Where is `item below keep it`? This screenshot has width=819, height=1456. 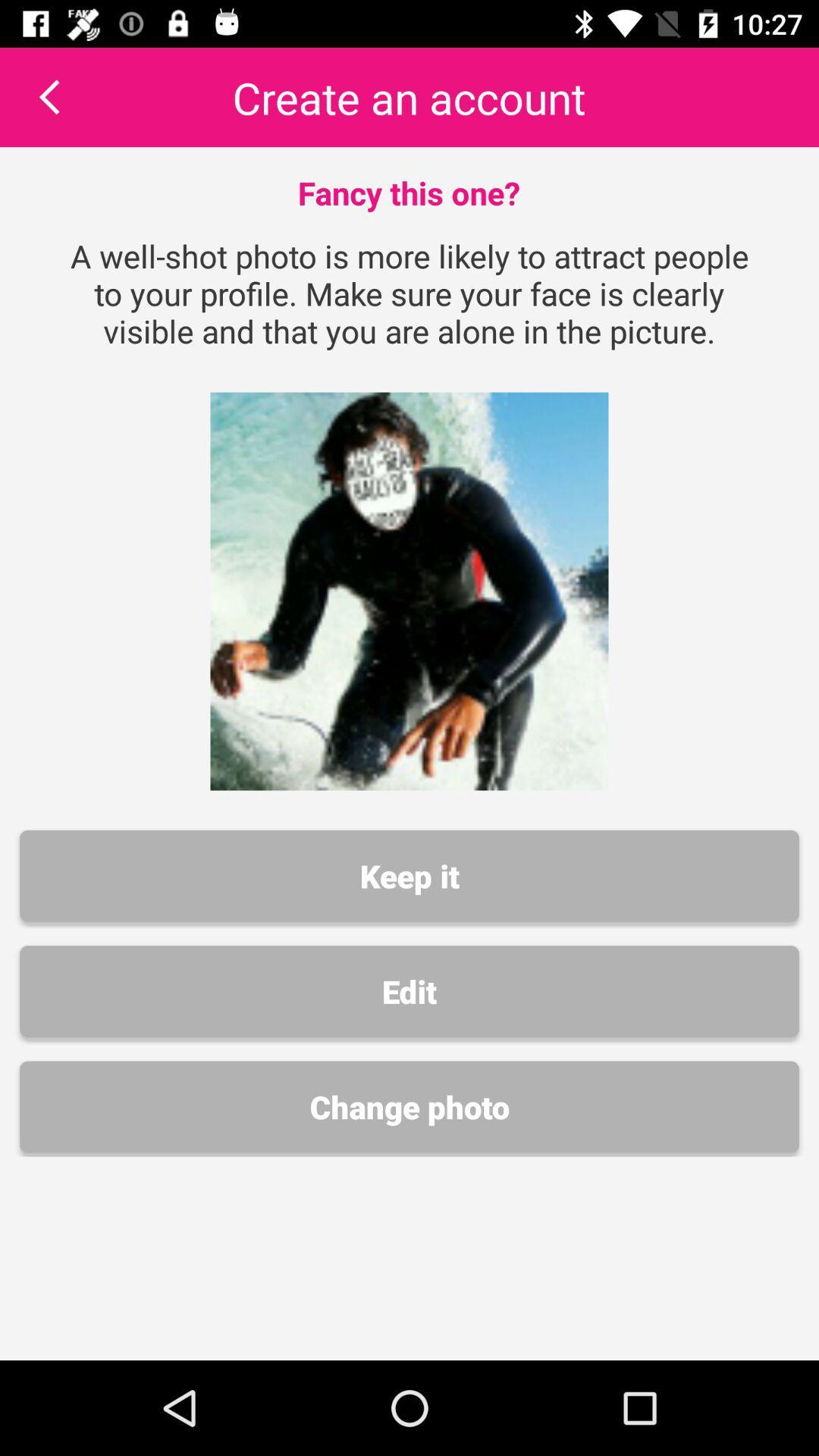 item below keep it is located at coordinates (409, 991).